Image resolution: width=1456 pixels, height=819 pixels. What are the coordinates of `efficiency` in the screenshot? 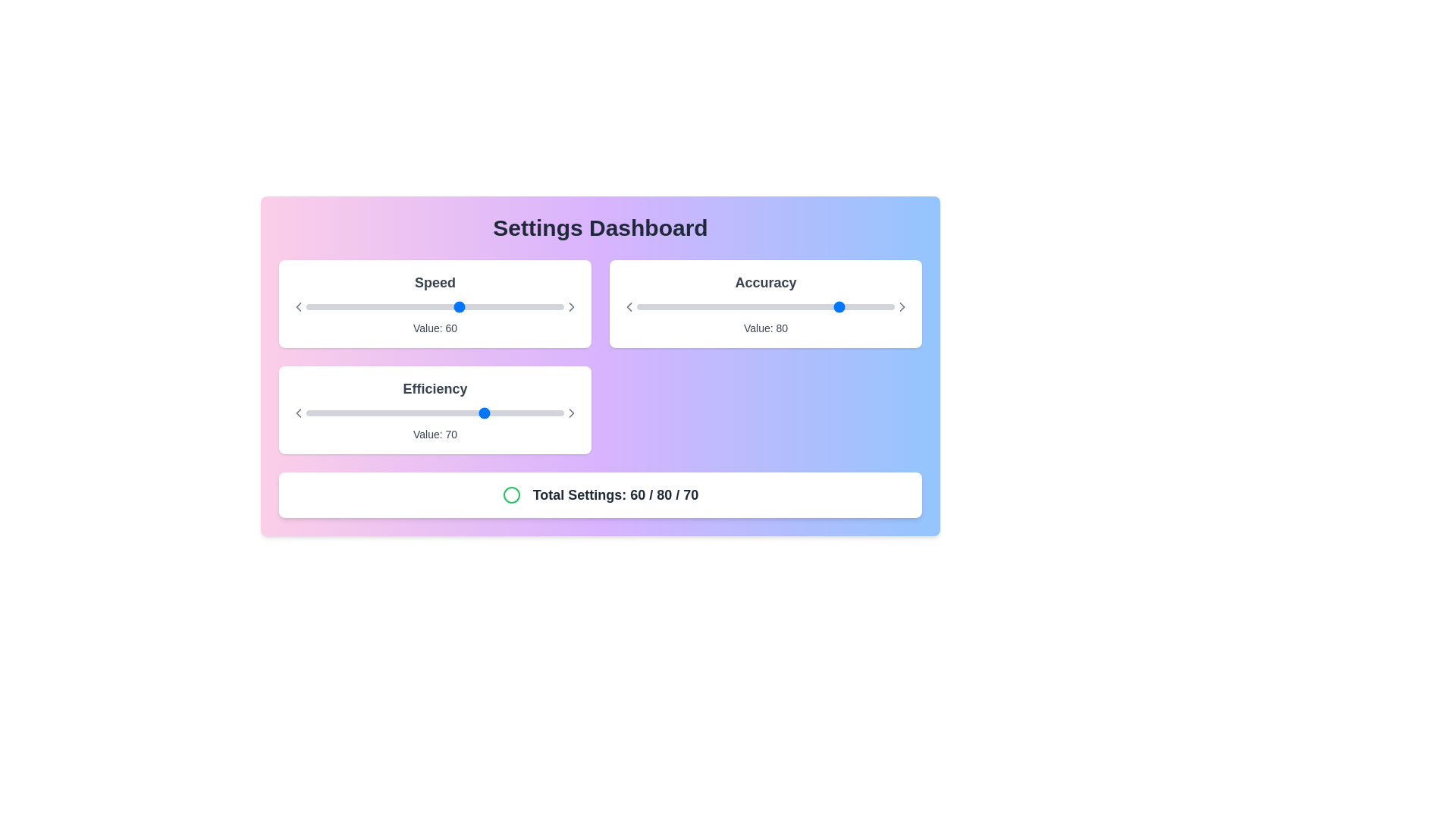 It's located at (339, 413).